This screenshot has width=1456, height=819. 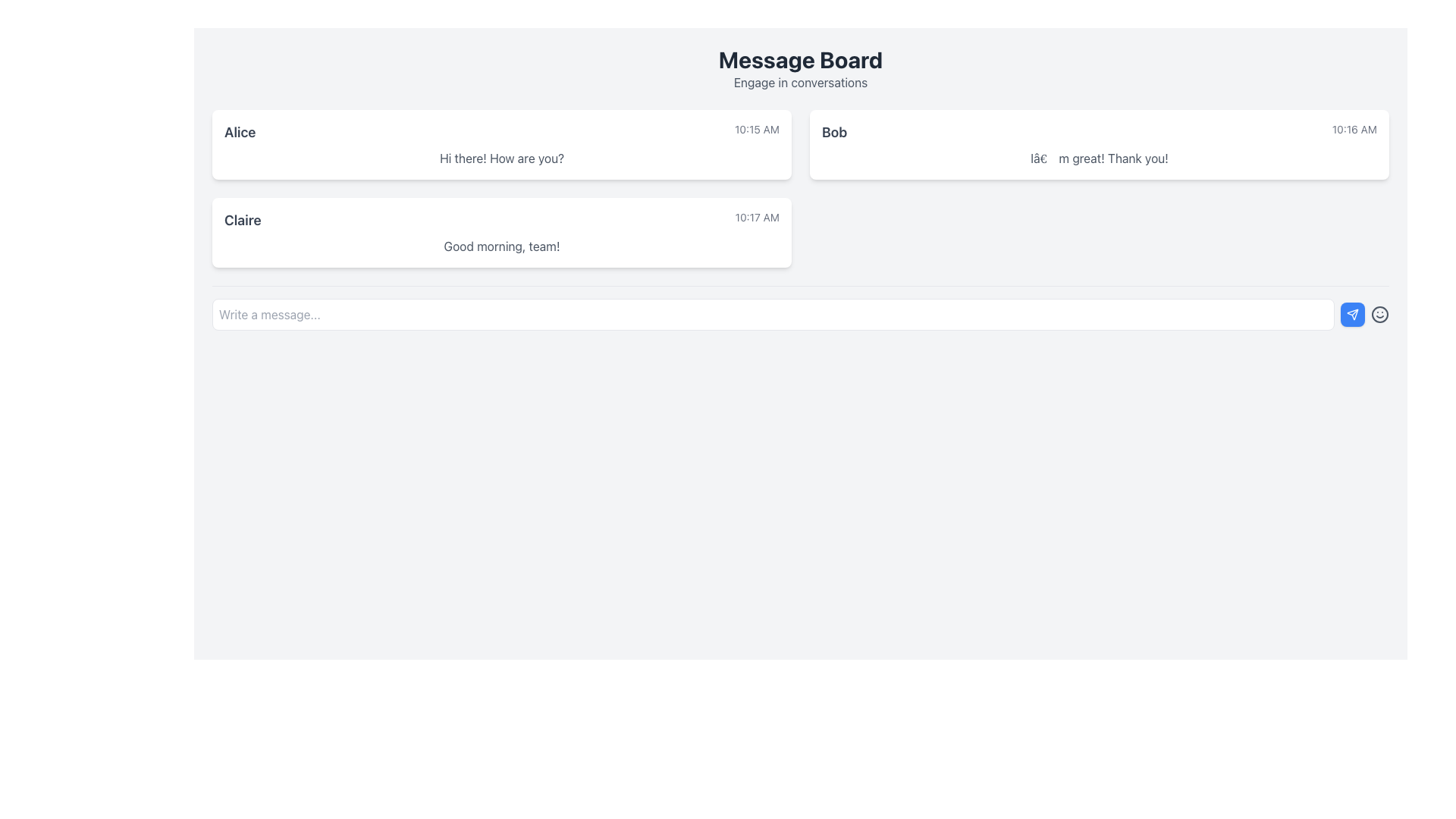 I want to click on the static text message saying "I’m great! Thank you!" from the user "Bob" at 10:16 AM, located at the bottom of the chat bubble, so click(x=1099, y=158).